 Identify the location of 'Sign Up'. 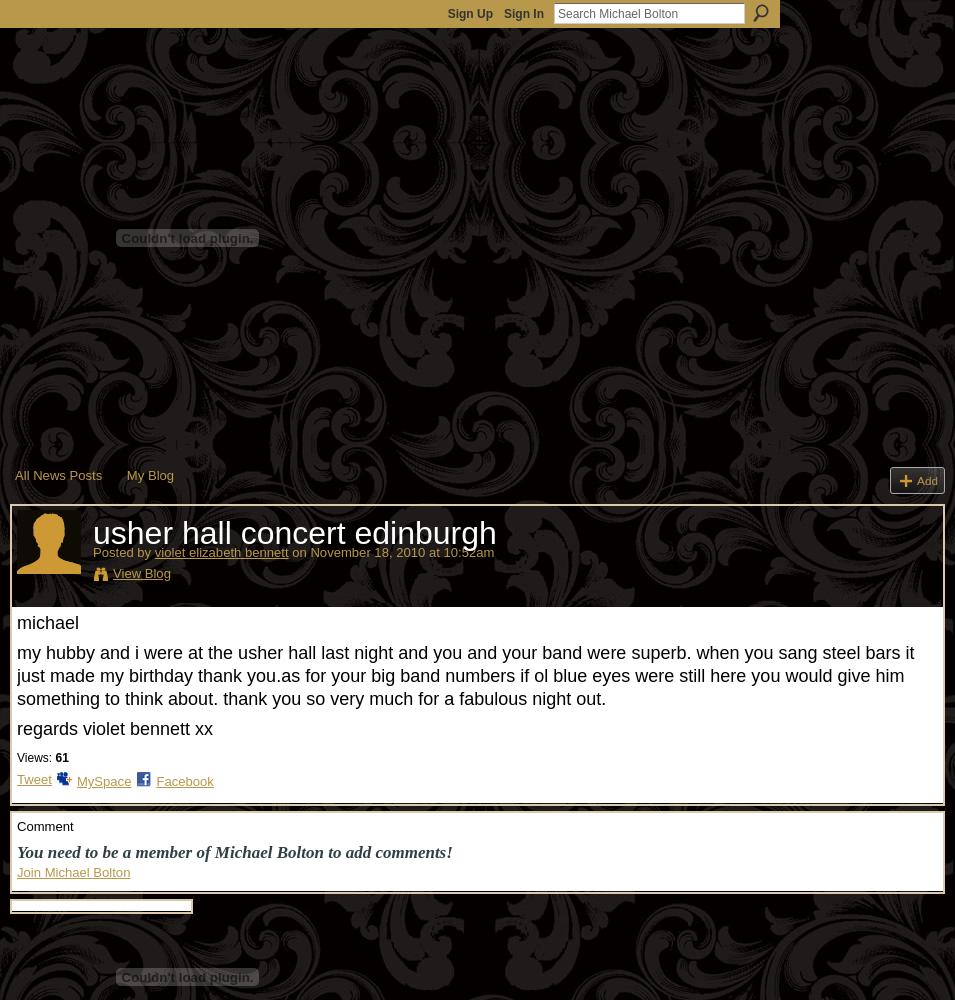
(446, 14).